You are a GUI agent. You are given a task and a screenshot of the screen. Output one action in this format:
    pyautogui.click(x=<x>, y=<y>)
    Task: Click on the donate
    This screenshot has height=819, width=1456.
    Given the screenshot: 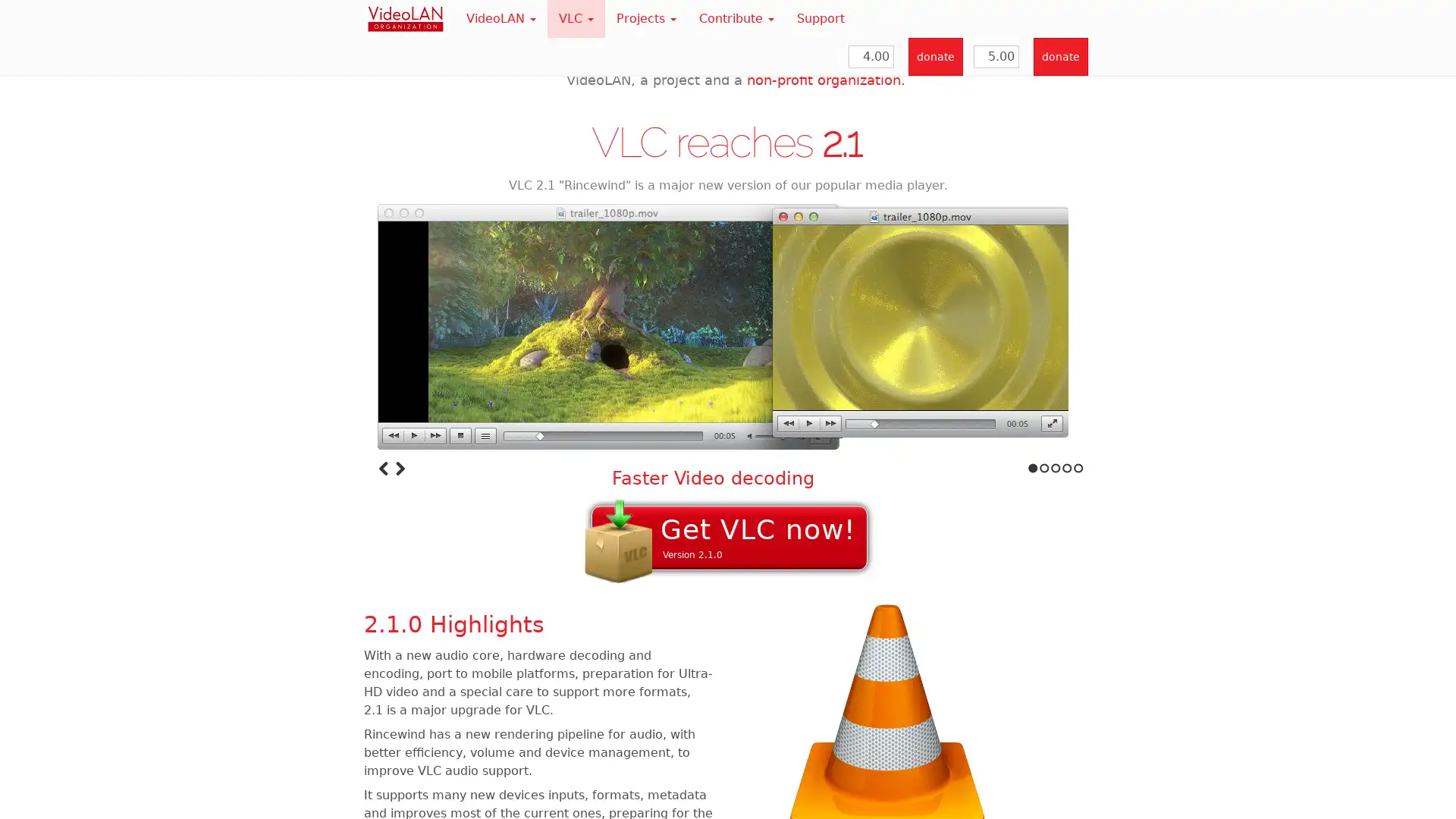 What is the action you would take?
    pyautogui.click(x=934, y=55)
    